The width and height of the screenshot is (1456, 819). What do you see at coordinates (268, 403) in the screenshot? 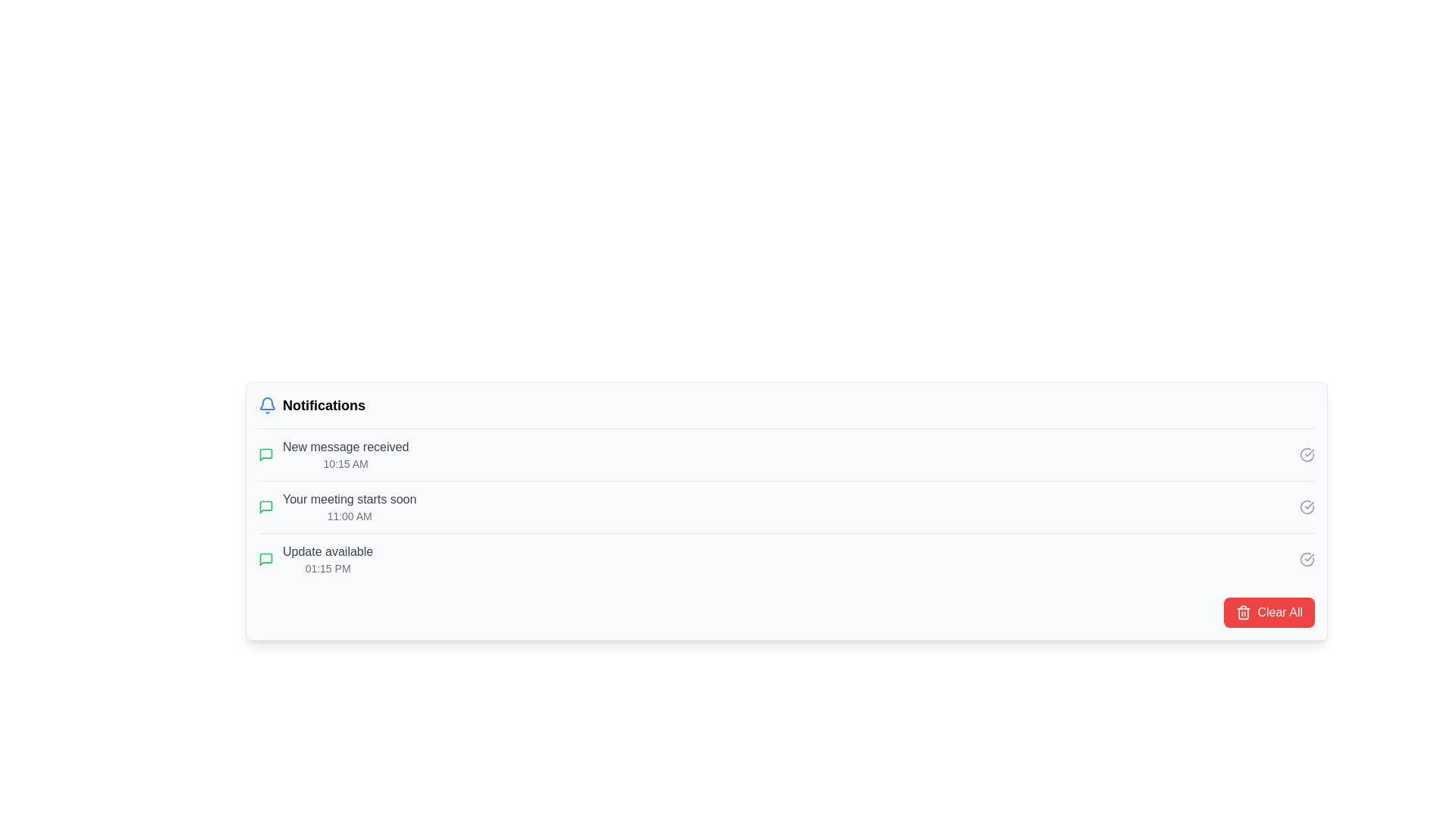
I see `the stylized bell icon representing notifications, which is located in the top-left corner of the notification panel, adjacent to the header text 'Notifications'` at bounding box center [268, 403].